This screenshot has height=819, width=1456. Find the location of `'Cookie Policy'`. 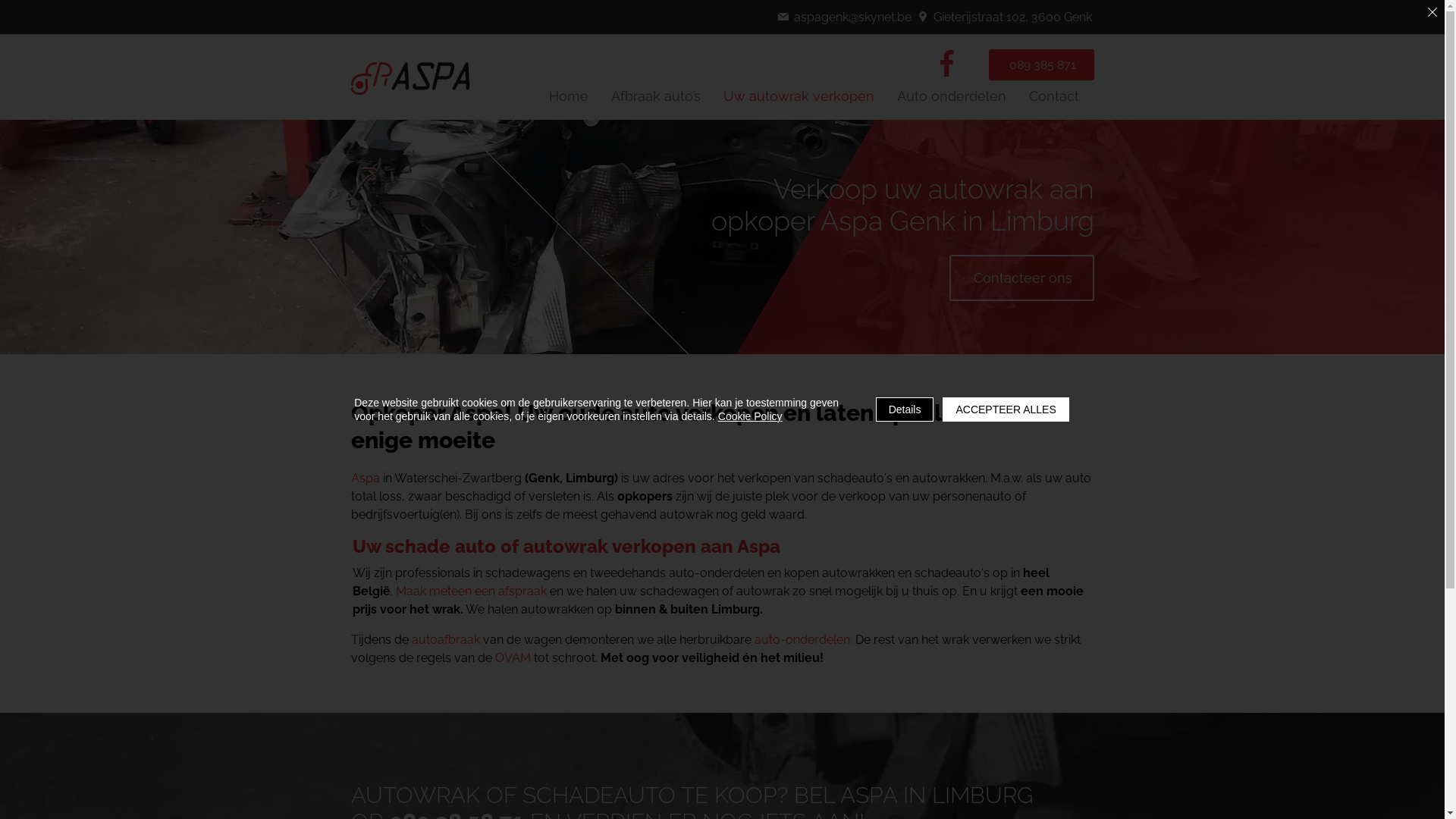

'Cookie Policy' is located at coordinates (750, 416).